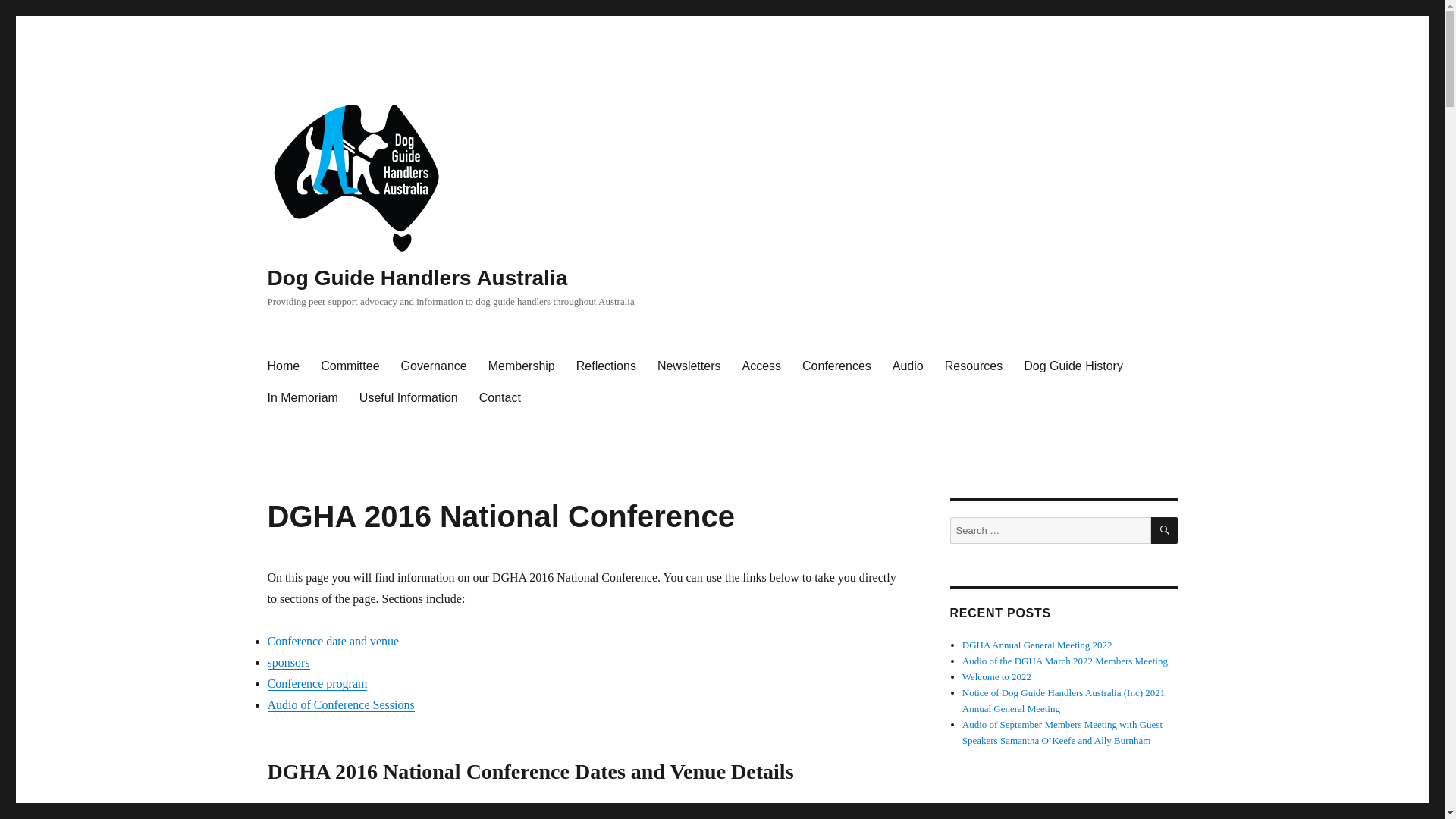 This screenshot has width=1456, height=819. Describe the element at coordinates (349, 366) in the screenshot. I see `'Committee'` at that location.